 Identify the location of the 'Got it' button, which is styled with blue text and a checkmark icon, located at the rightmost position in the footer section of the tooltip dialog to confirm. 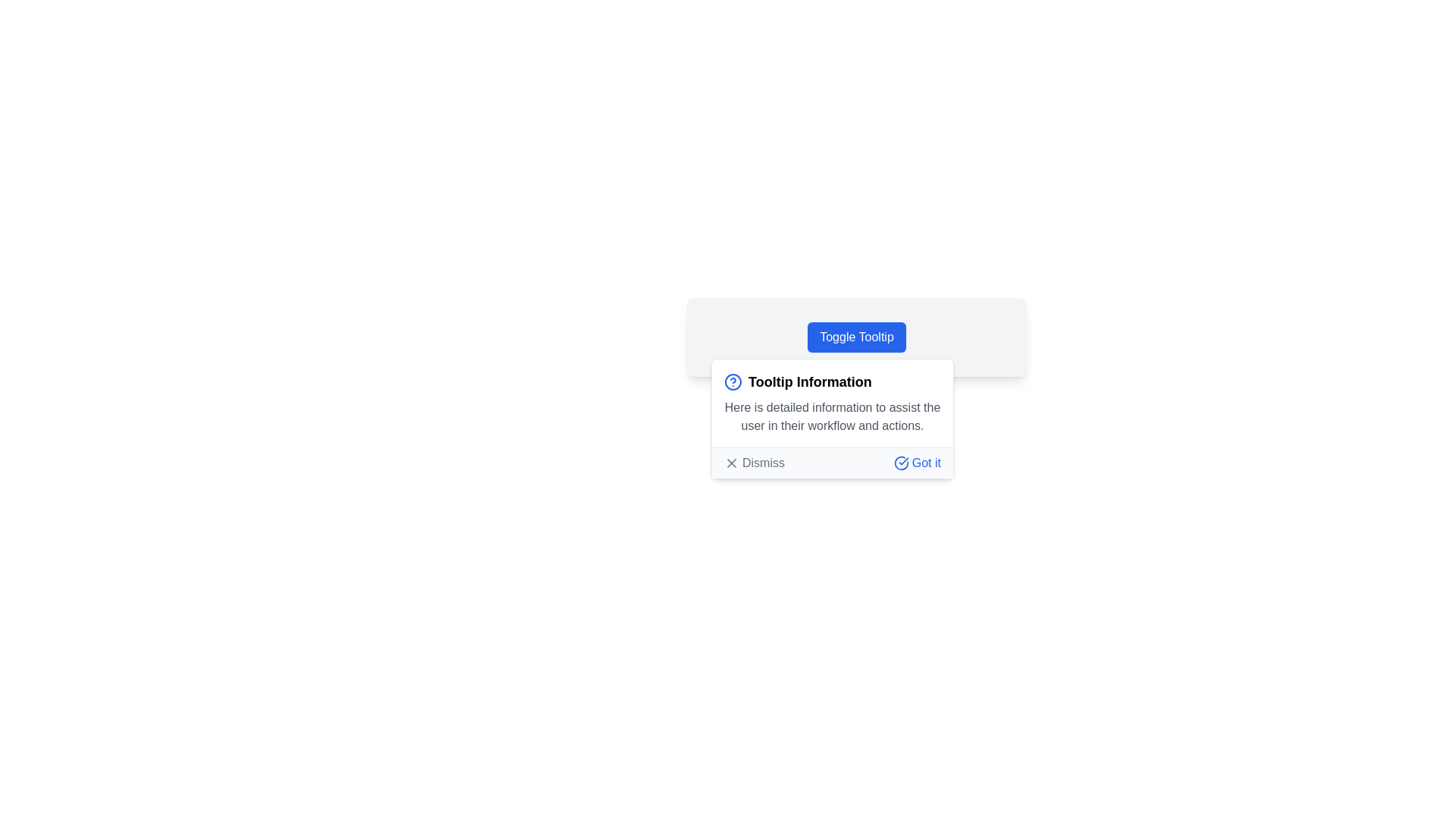
(916, 462).